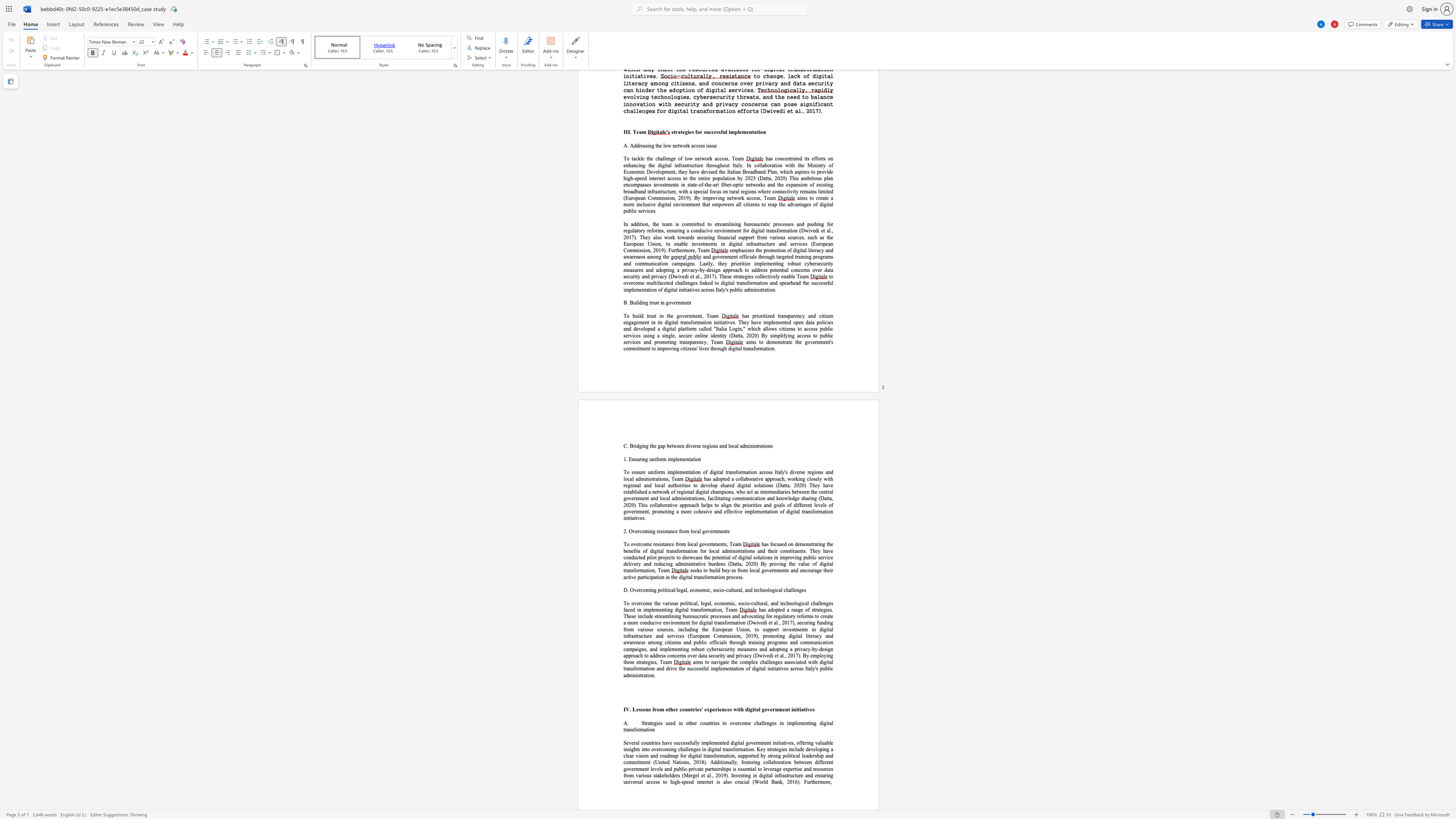 The image size is (1456, 819). I want to click on the subset text "cal governments" within the text "seeks to build buy-in from local governments and encourage their", so click(753, 570).